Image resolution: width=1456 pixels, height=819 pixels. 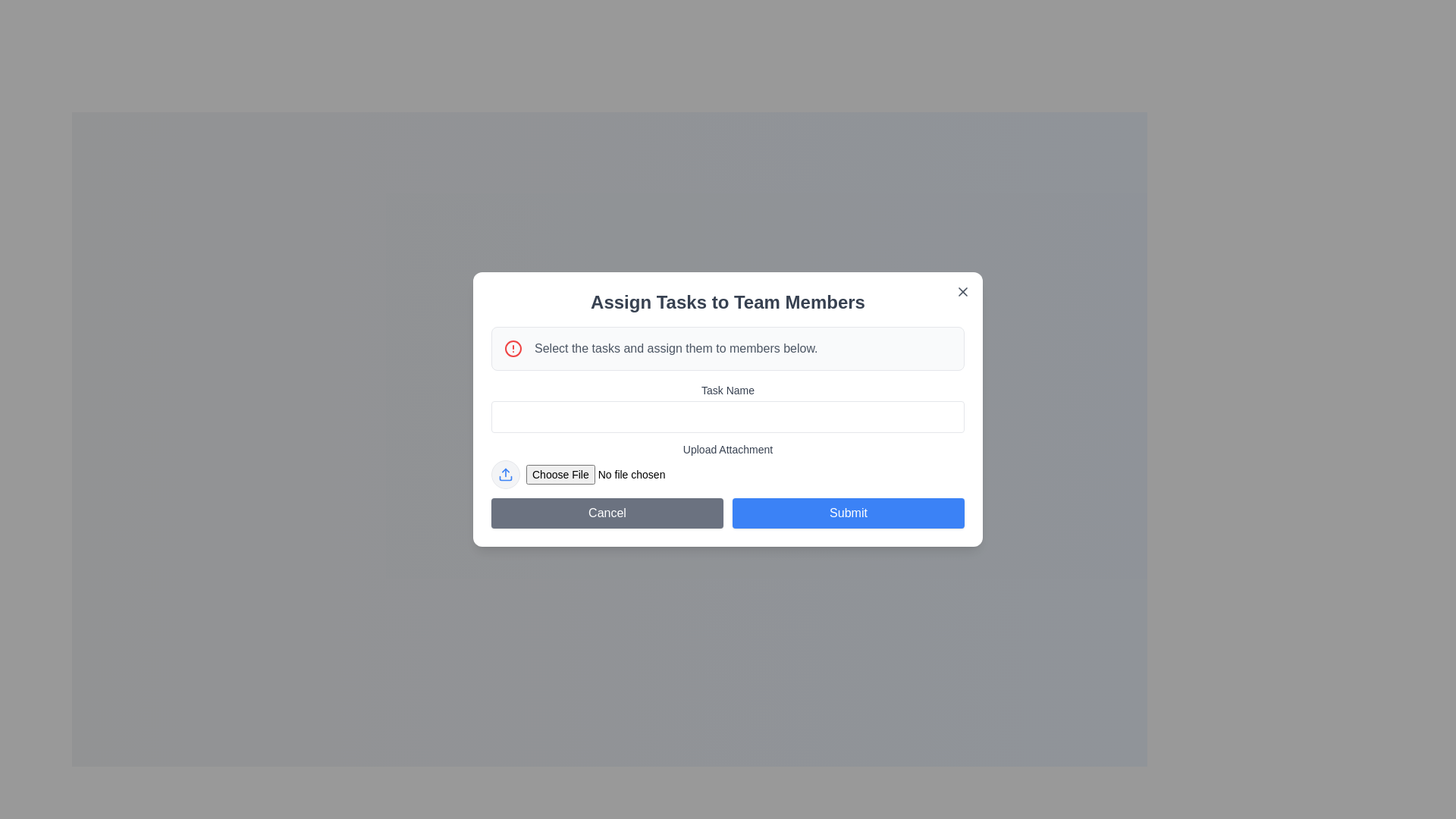 What do you see at coordinates (607, 513) in the screenshot?
I see `the 'Cancel' button, which is a rectangular button with rounded corners, gray background, and white text centered in it, located at the bottom-left of the modal window` at bounding box center [607, 513].